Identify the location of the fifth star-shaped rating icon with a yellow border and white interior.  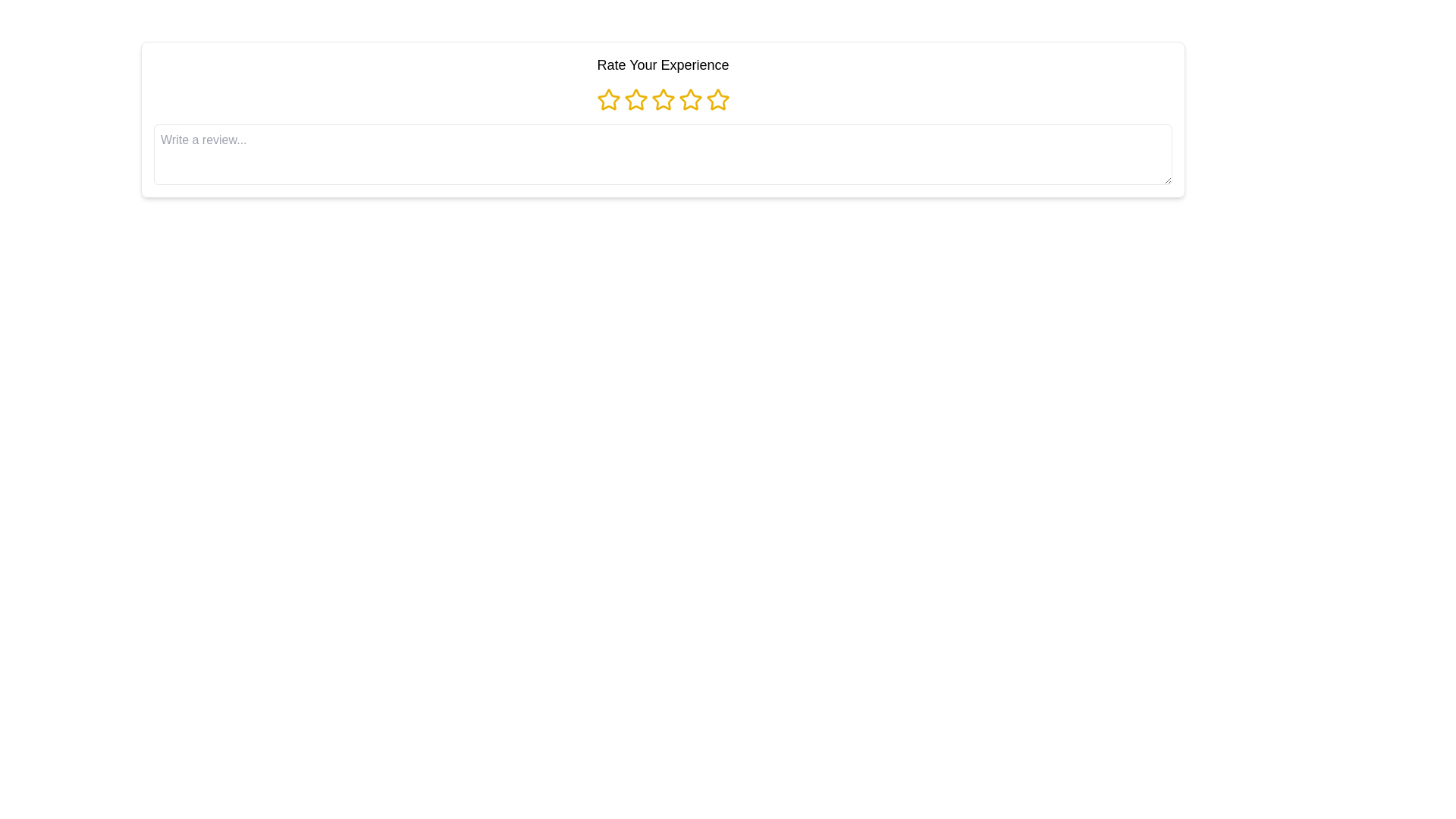
(716, 99).